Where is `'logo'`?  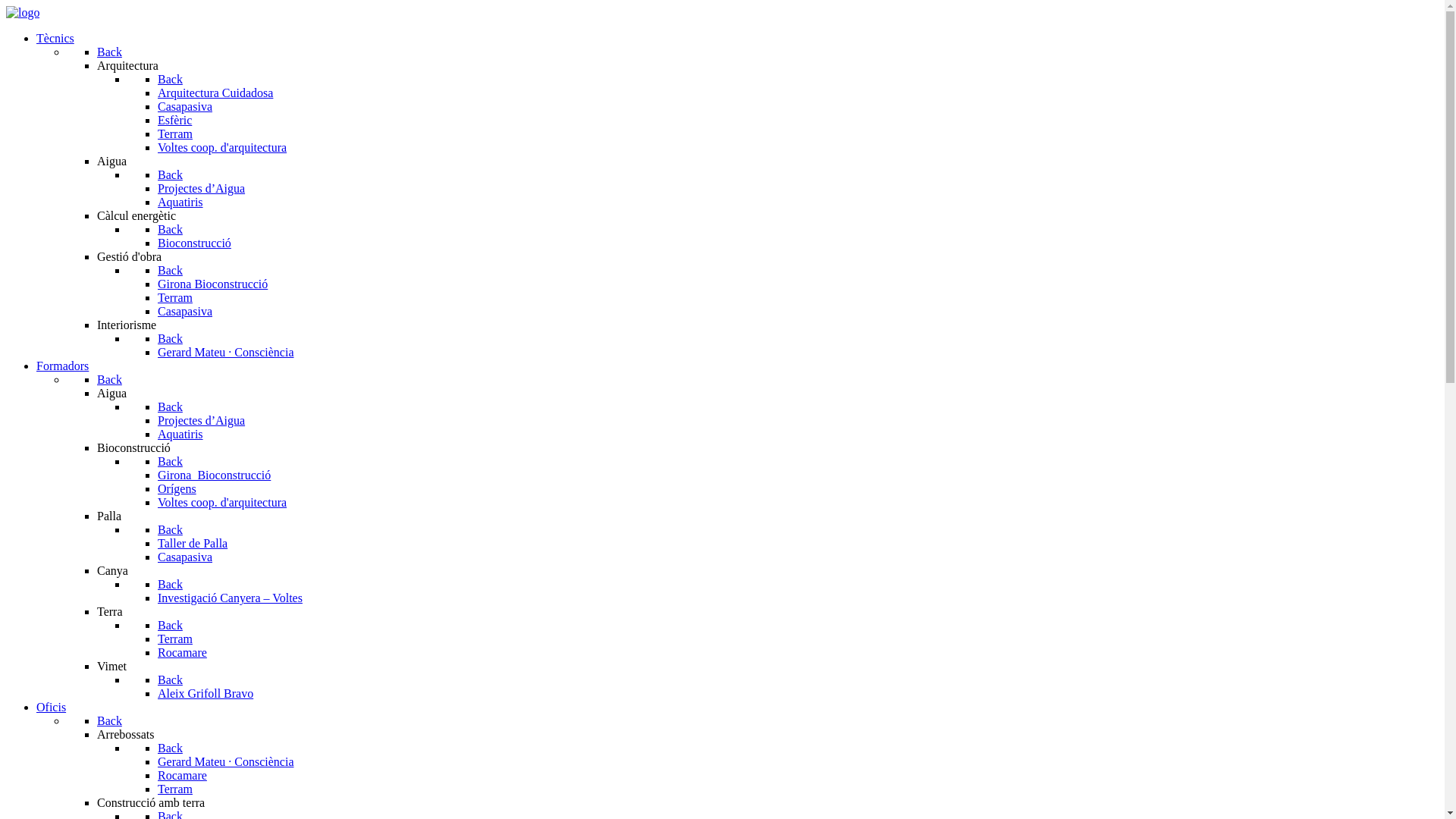 'logo' is located at coordinates (22, 12).